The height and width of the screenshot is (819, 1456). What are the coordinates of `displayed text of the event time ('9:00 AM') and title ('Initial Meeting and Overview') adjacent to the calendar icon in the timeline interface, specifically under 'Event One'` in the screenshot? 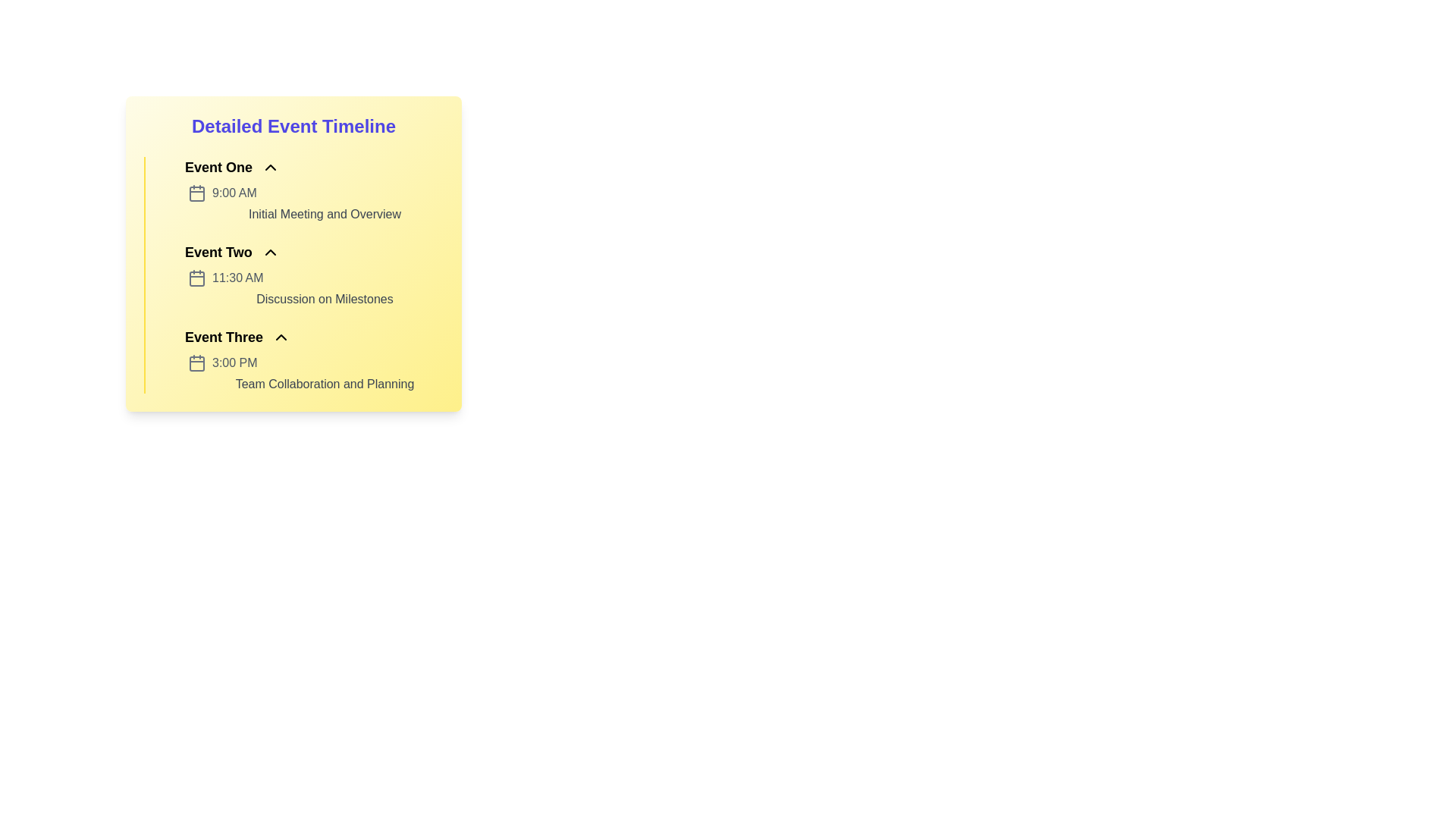 It's located at (315, 203).